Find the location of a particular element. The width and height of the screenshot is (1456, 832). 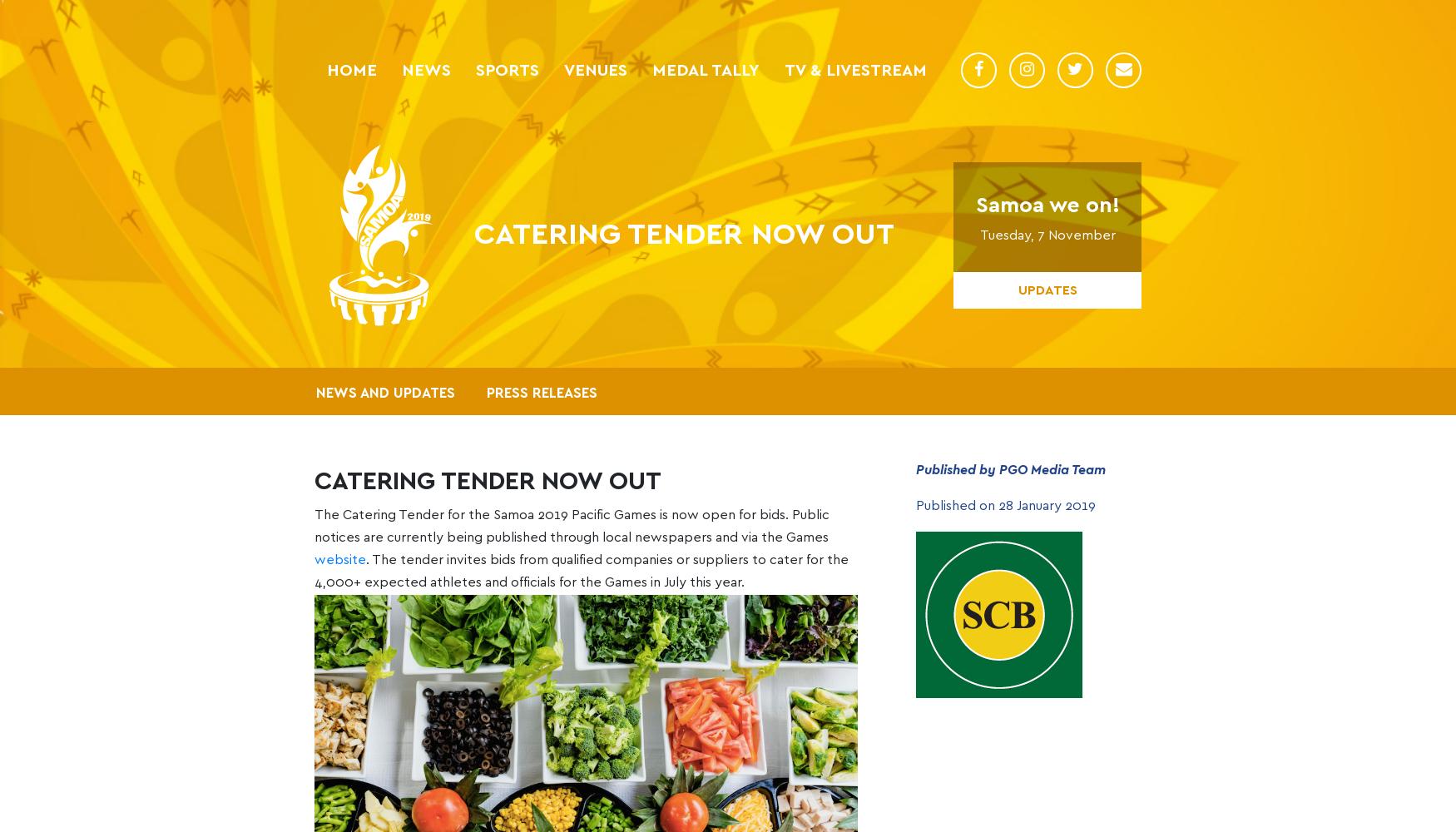

'. The tender invites bids from qualified companies or suppliers to cater for the 4,000+ expected athletes and officials for the Games in July this year.' is located at coordinates (581, 571).